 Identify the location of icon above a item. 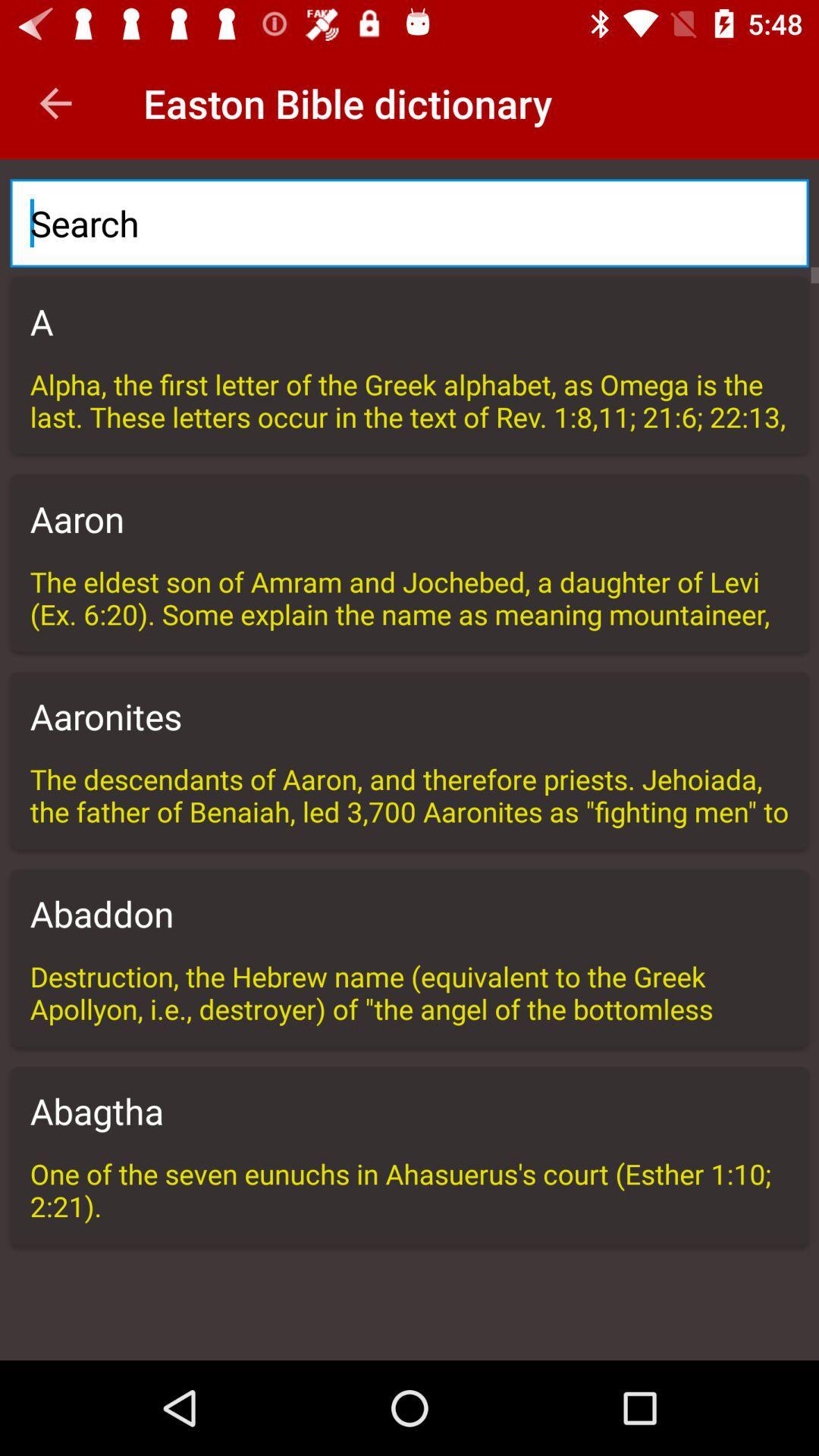
(409, 222).